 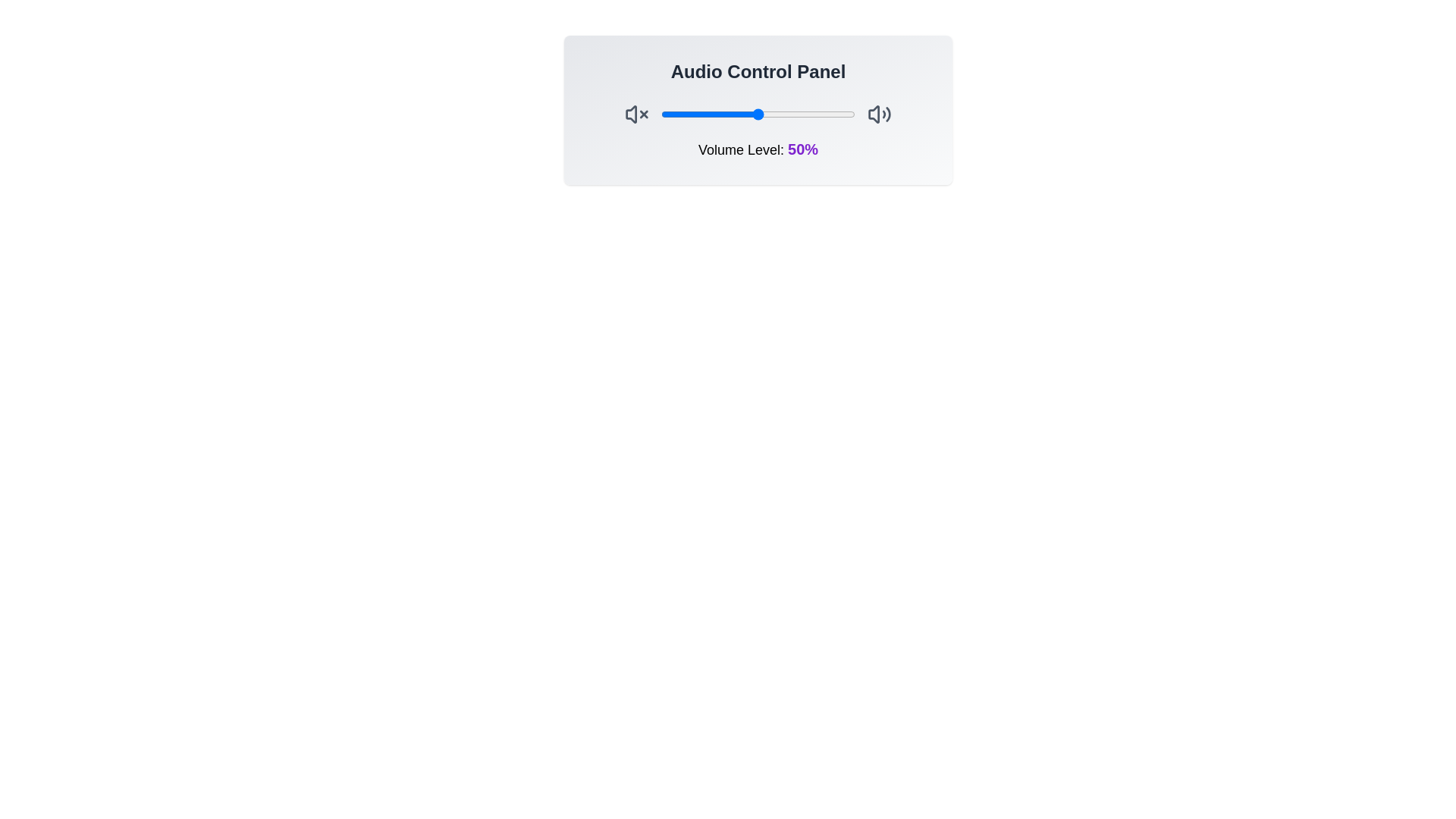 I want to click on volume, so click(x=750, y=113).